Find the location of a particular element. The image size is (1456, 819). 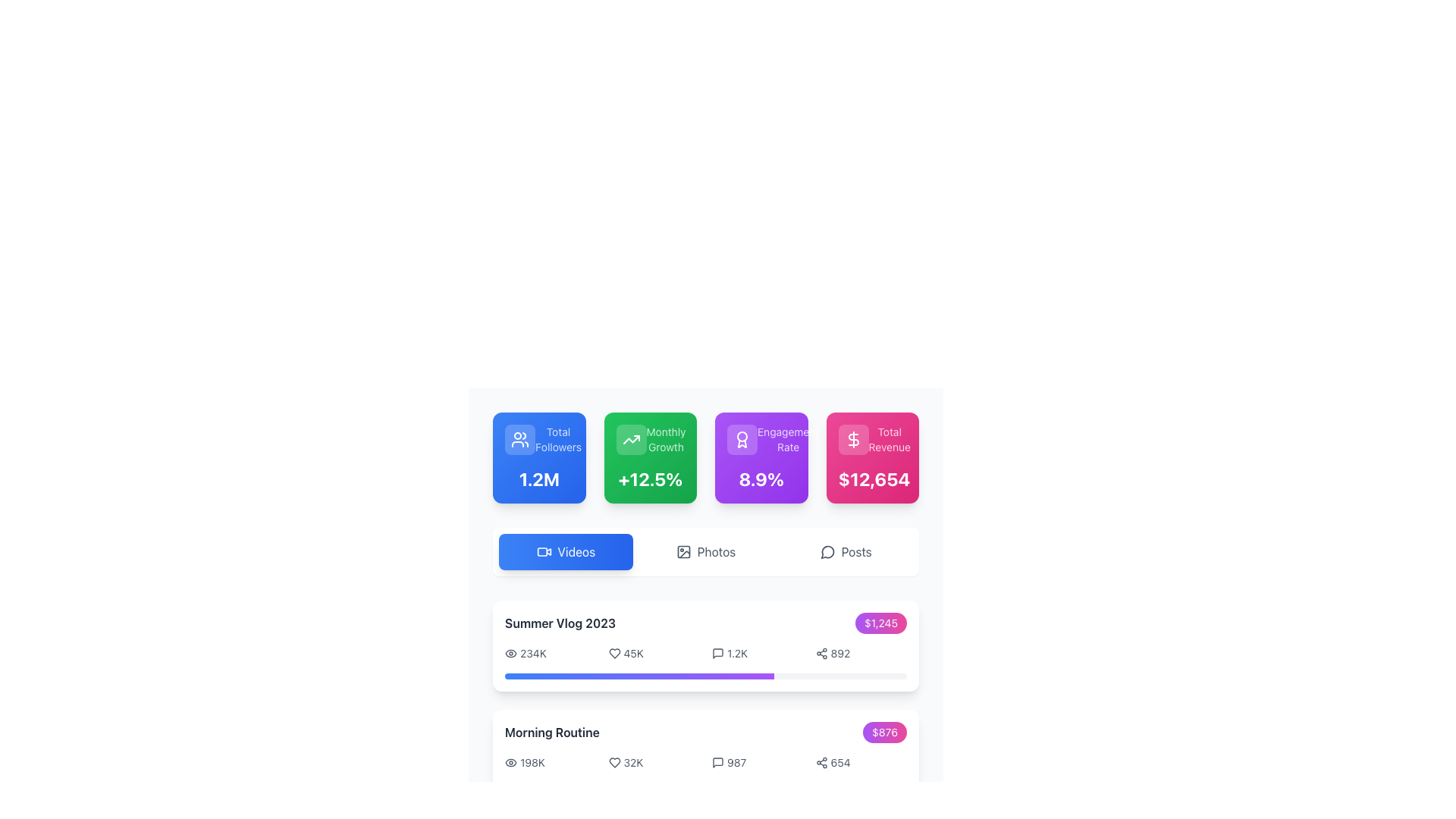

the square-shaped icon with a soft pink background and a white dollar sign ($) located within the 'Total Revenue' card at the top right of the dashboard is located at coordinates (853, 439).